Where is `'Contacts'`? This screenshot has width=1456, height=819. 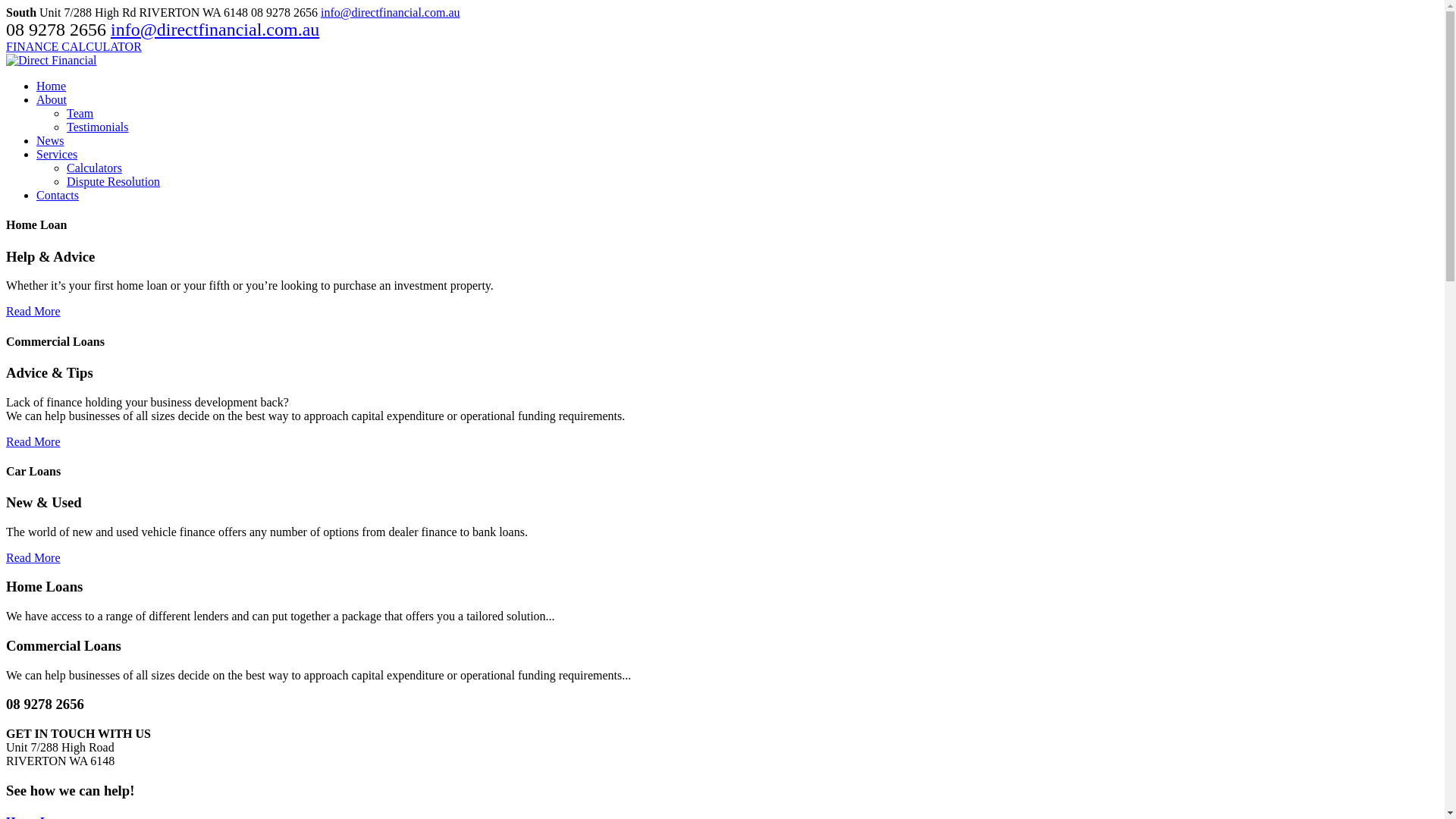
'Contacts' is located at coordinates (36, 194).